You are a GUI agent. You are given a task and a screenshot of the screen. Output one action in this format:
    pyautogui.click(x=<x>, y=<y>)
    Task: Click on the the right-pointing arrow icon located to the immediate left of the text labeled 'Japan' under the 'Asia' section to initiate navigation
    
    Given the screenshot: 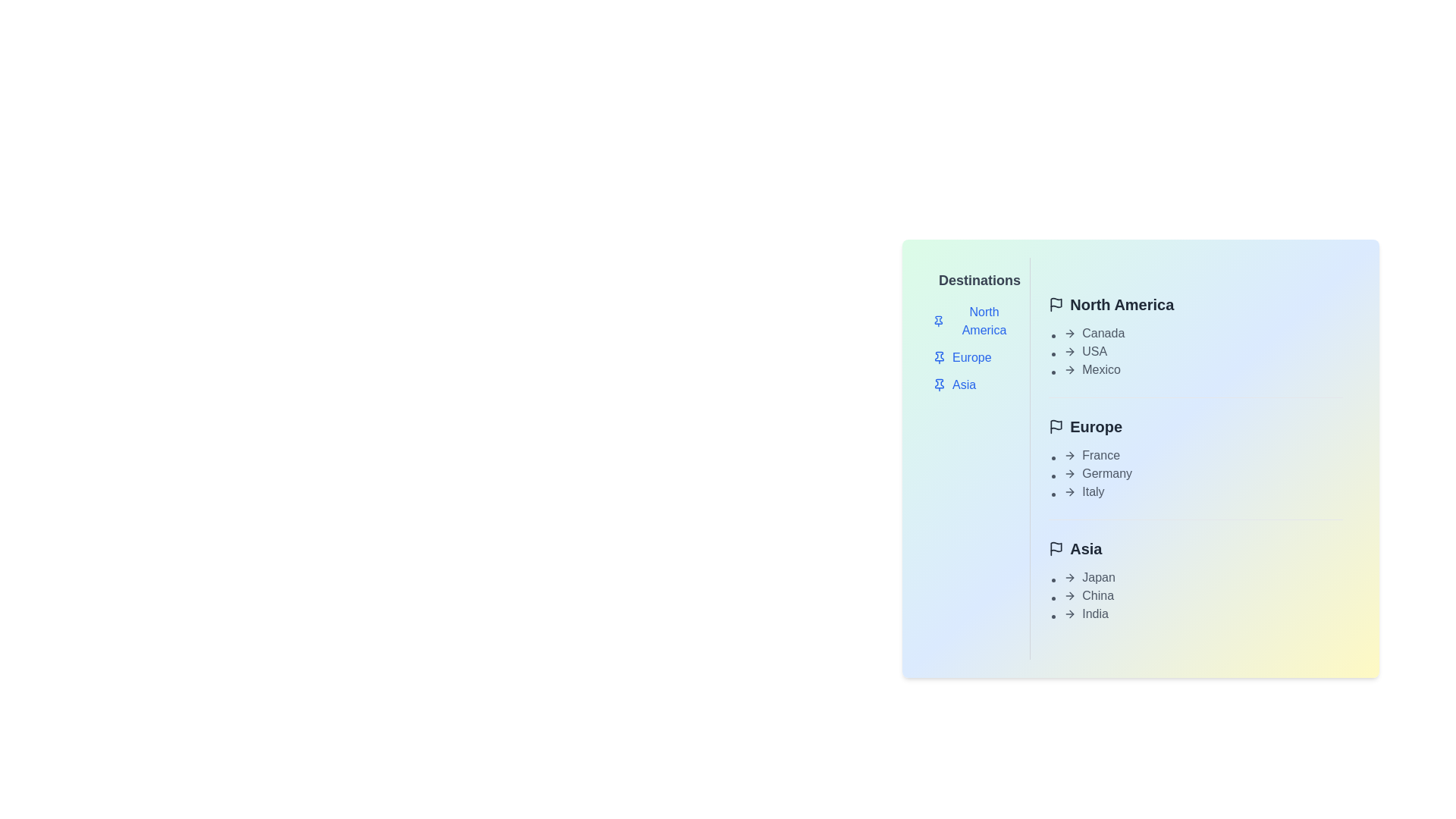 What is the action you would take?
    pyautogui.click(x=1069, y=578)
    